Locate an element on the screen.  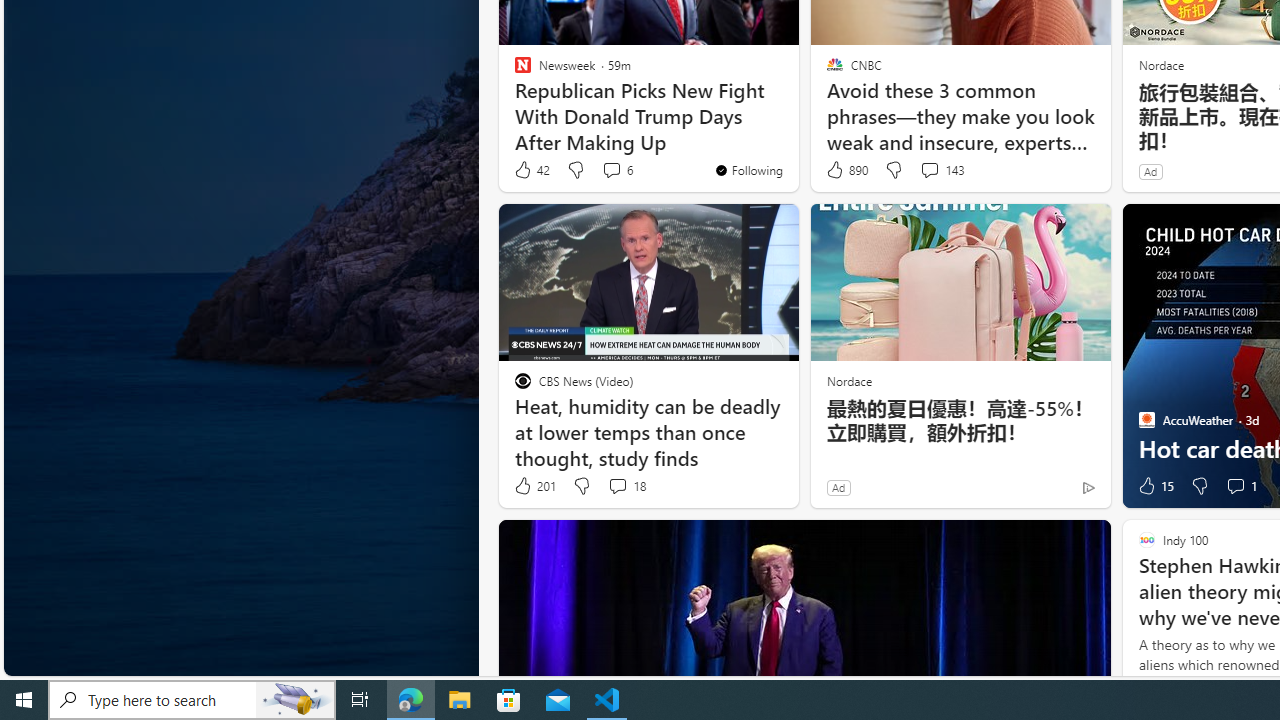
'Ad Choice' is located at coordinates (1087, 487).